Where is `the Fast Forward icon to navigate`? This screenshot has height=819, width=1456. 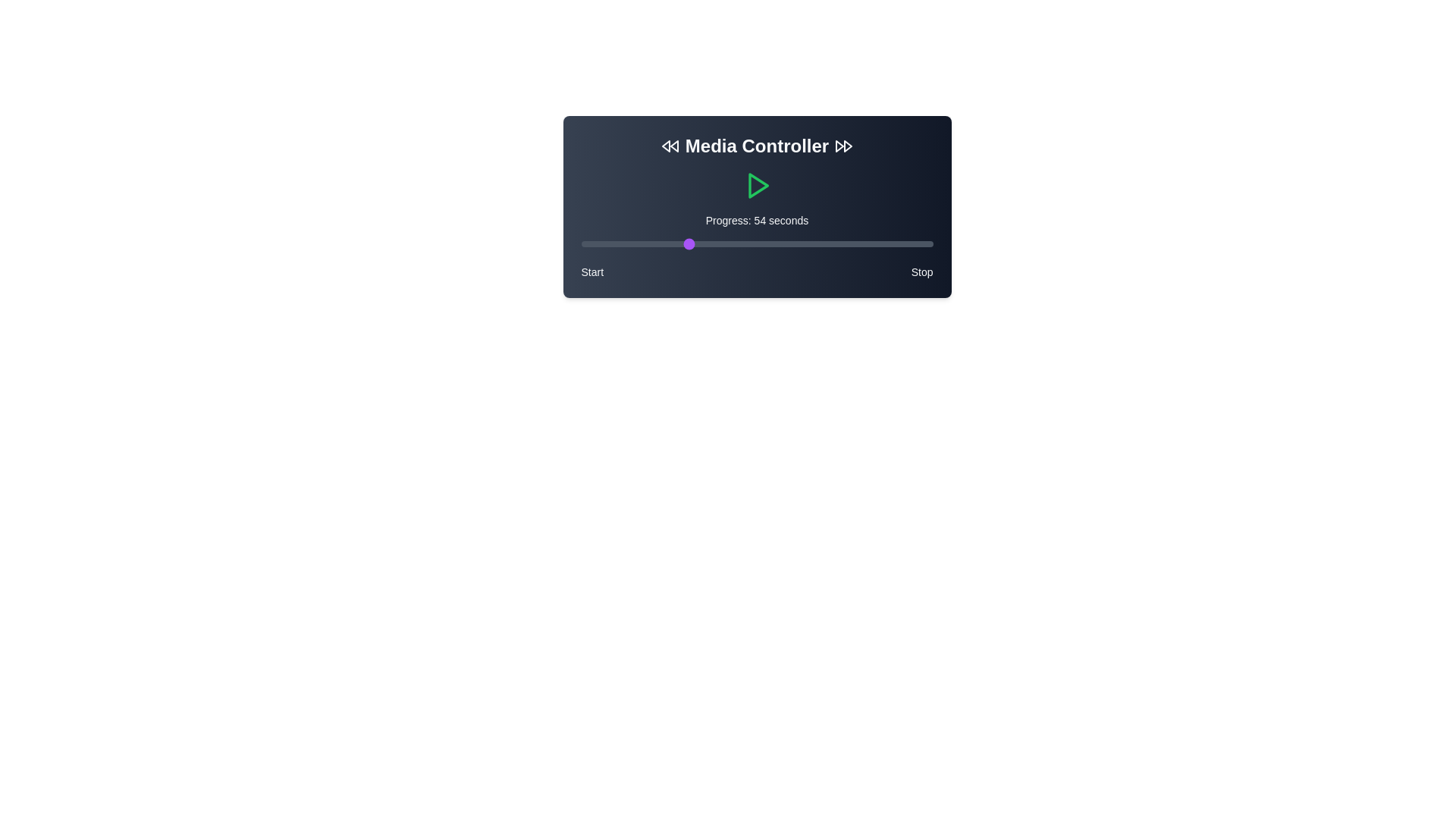
the Fast Forward icon to navigate is located at coordinates (843, 146).